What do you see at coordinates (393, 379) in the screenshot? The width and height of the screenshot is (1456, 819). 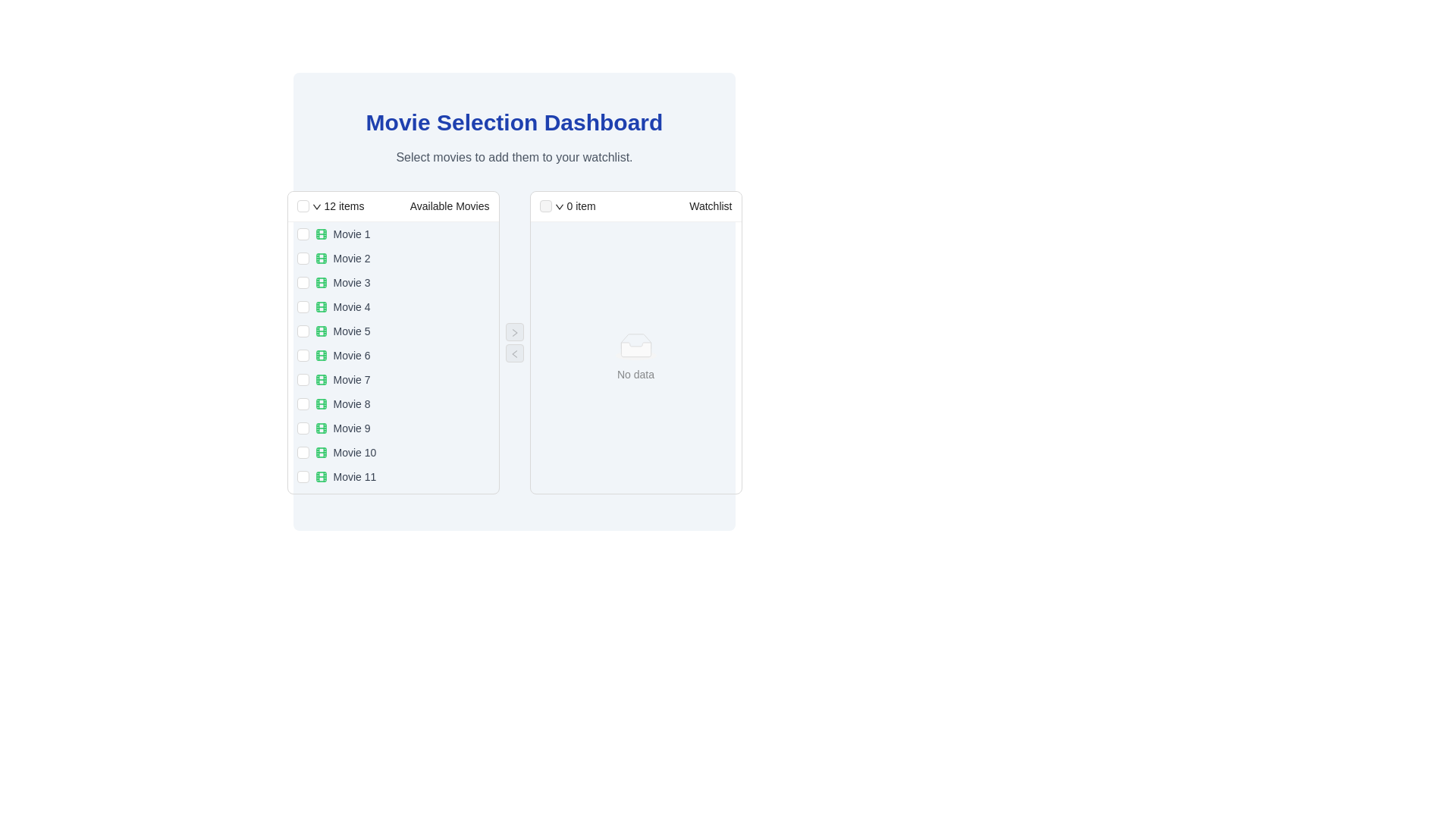 I see `the seventh item in the 'Available Movies' list on the 'Movie Selection Dashboard' using keyboard focus` at bounding box center [393, 379].